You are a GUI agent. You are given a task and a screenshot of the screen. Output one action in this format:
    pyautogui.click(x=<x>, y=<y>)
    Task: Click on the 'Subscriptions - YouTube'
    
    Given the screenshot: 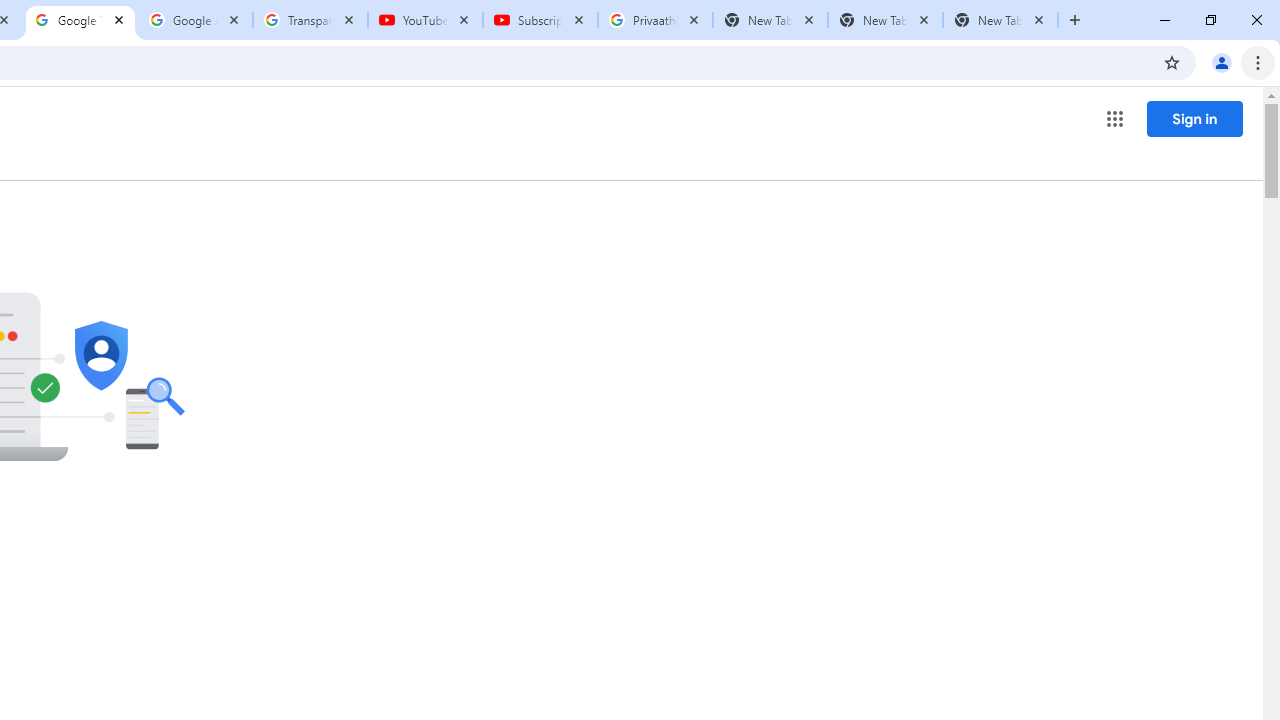 What is the action you would take?
    pyautogui.click(x=540, y=20)
    